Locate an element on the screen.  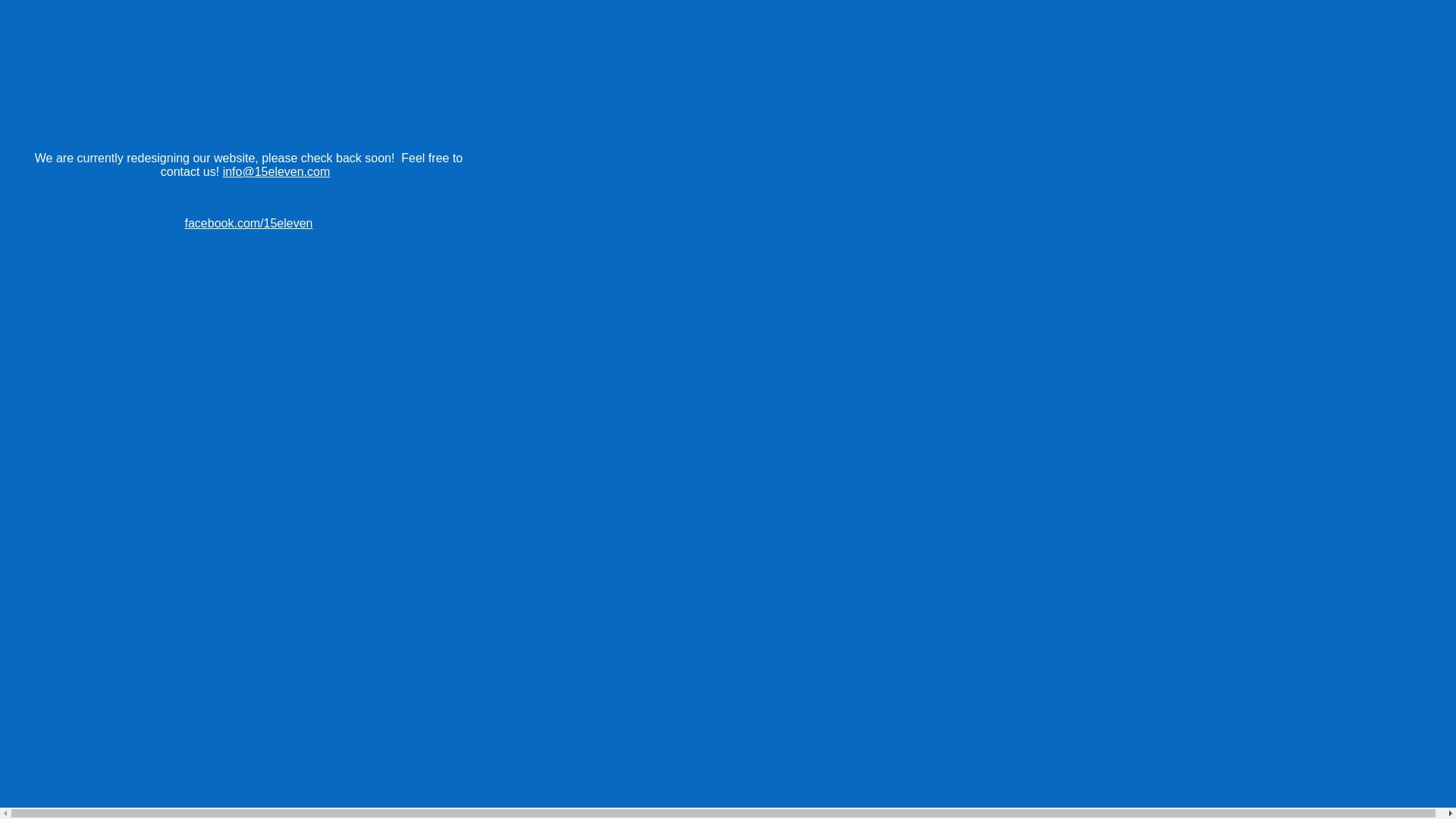
'info@15eleven.com' is located at coordinates (276, 171).